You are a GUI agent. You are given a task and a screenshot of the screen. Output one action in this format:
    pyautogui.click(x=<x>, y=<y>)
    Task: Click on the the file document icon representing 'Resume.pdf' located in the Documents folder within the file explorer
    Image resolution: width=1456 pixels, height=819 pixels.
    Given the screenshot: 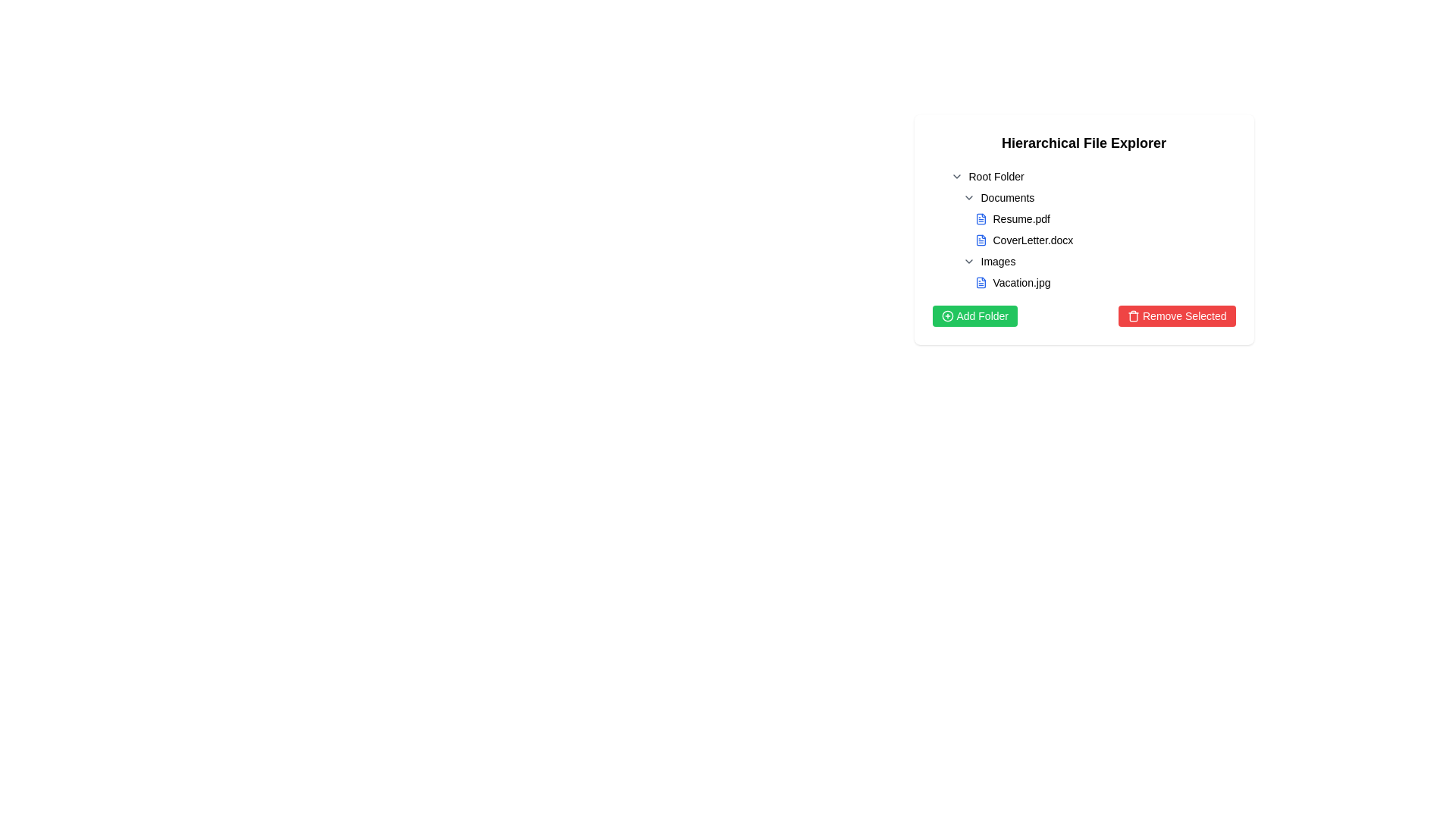 What is the action you would take?
    pyautogui.click(x=981, y=219)
    